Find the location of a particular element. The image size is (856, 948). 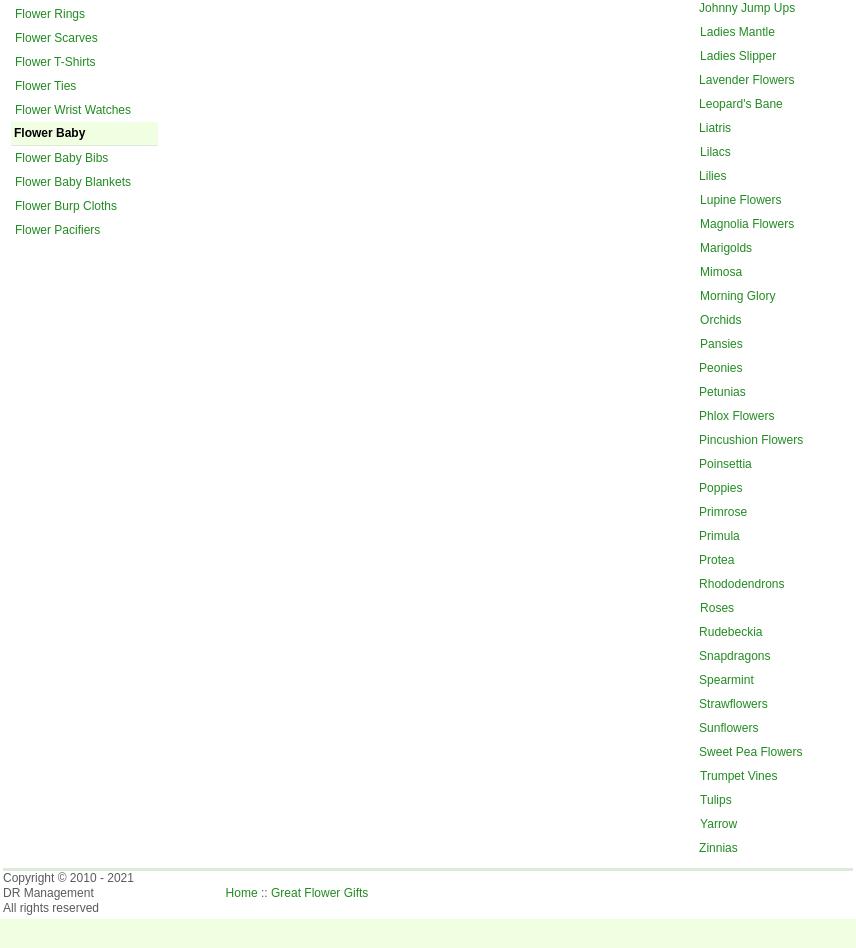

'Yarrow' is located at coordinates (718, 822).